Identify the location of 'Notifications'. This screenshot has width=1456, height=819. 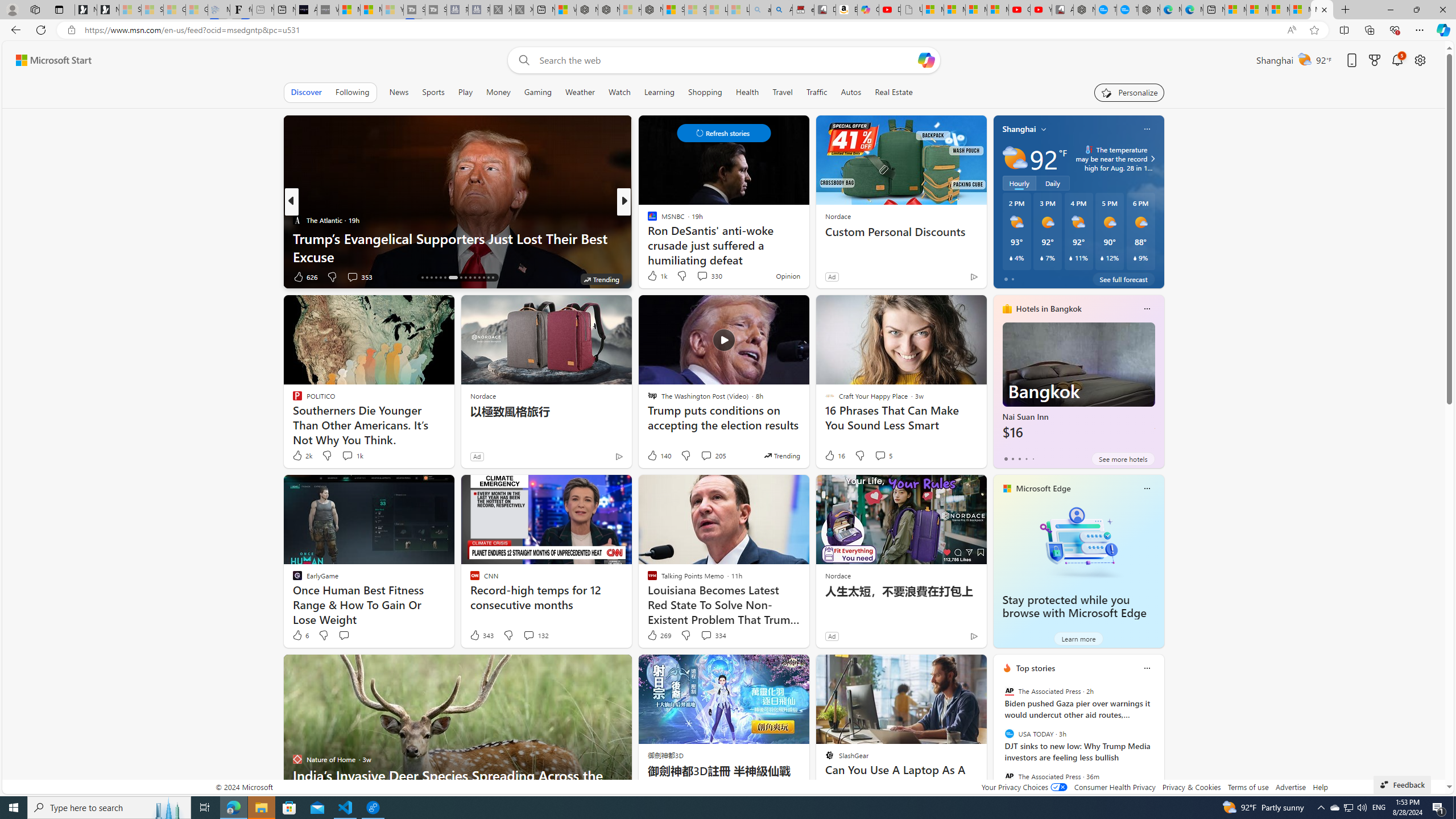
(1397, 60).